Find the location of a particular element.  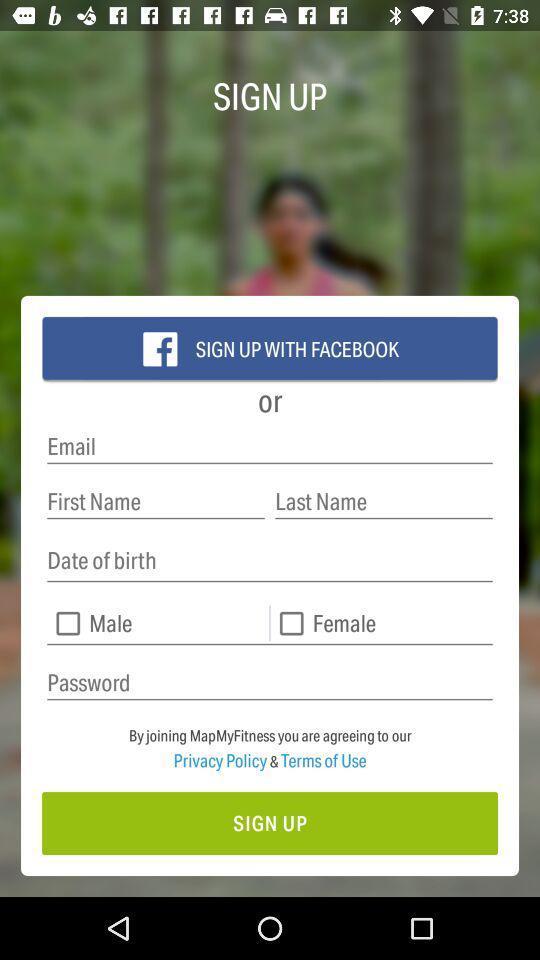

a password is located at coordinates (270, 683).